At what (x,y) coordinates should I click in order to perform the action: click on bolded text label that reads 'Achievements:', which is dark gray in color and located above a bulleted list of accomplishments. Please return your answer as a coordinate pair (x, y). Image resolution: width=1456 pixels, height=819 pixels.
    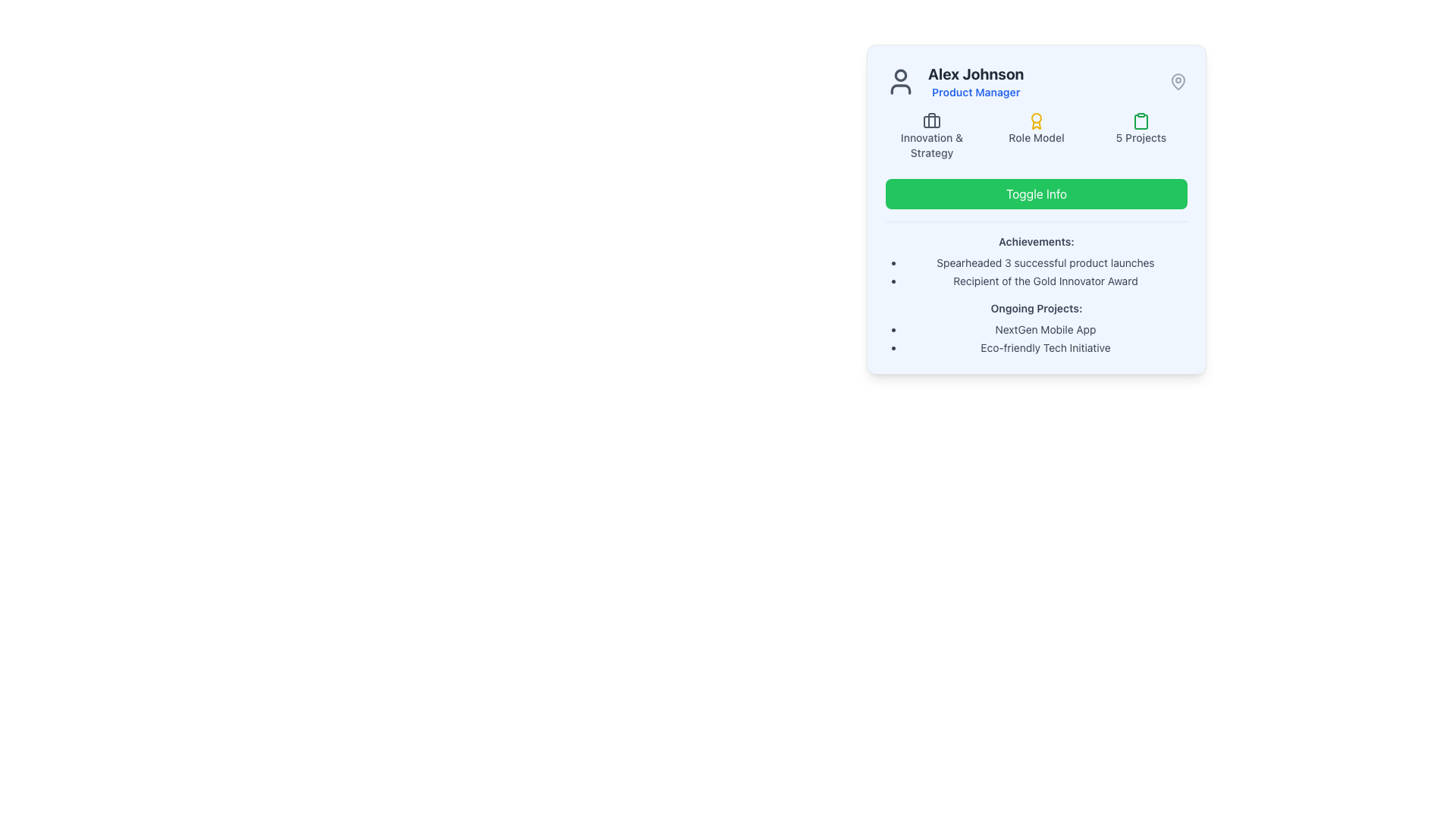
    Looking at the image, I should click on (1036, 241).